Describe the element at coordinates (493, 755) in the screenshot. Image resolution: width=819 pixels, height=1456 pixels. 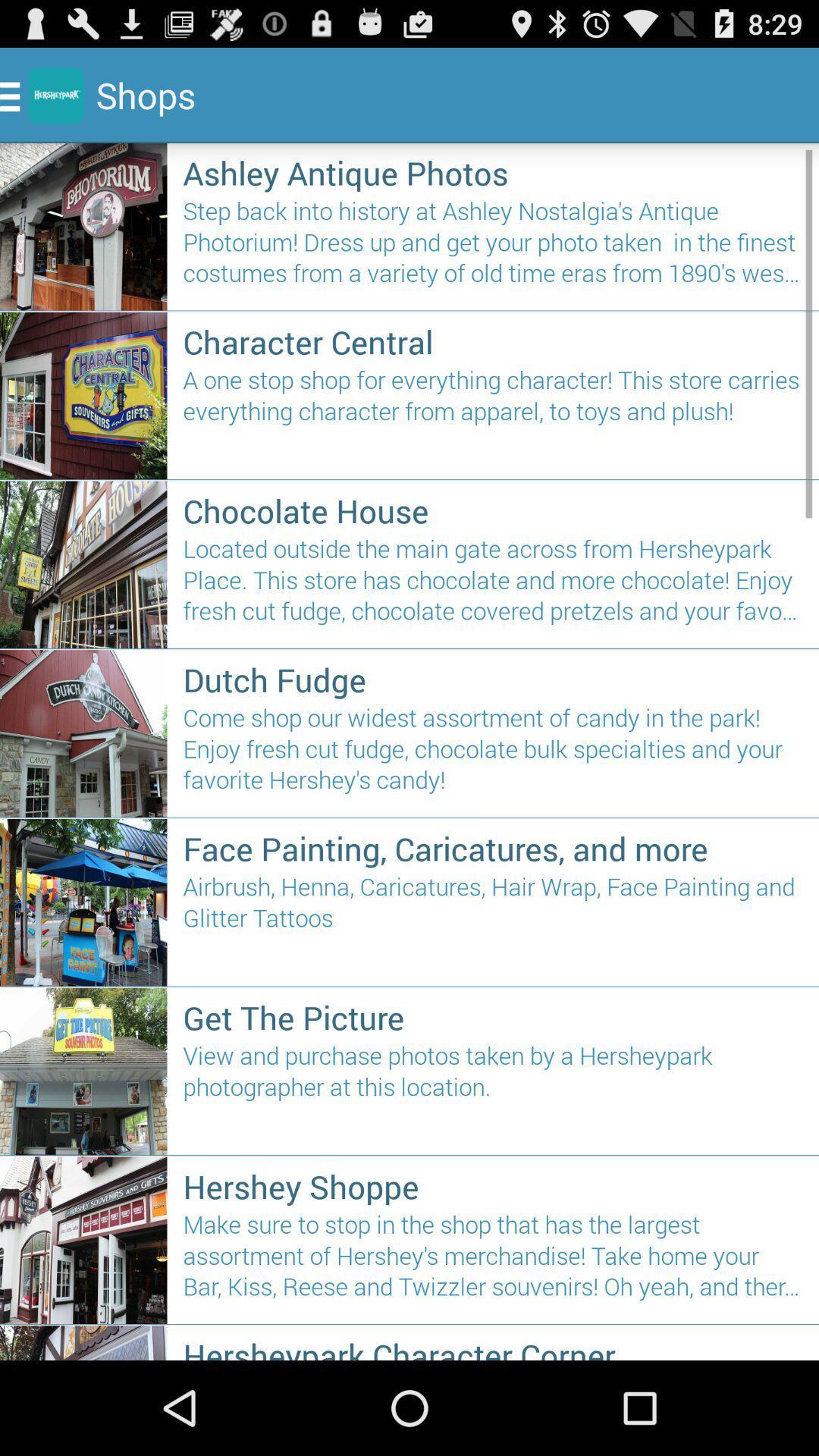
I see `the item below dutch fudge` at that location.